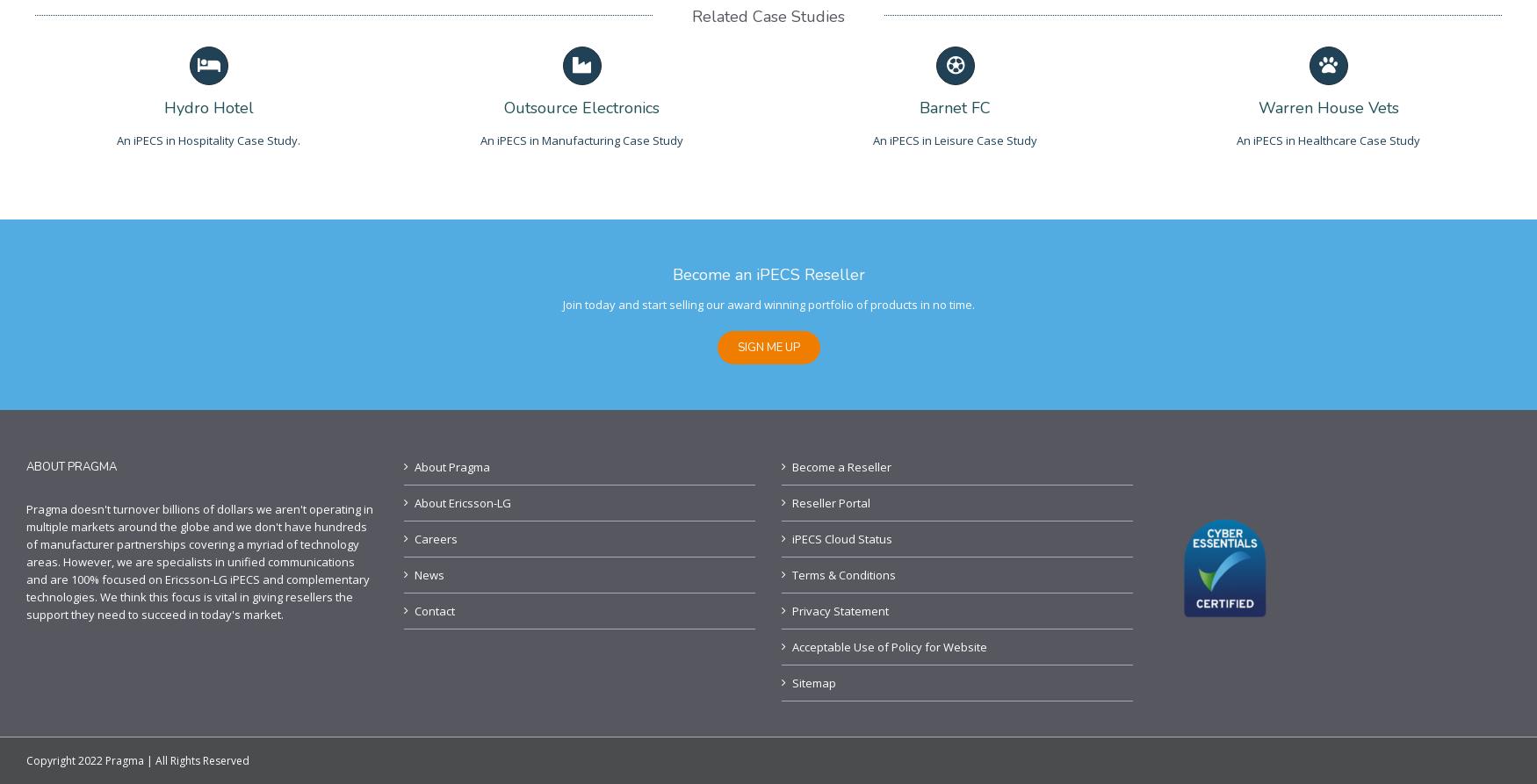 This screenshot has width=1537, height=784. I want to click on 'Careers', so click(436, 539).